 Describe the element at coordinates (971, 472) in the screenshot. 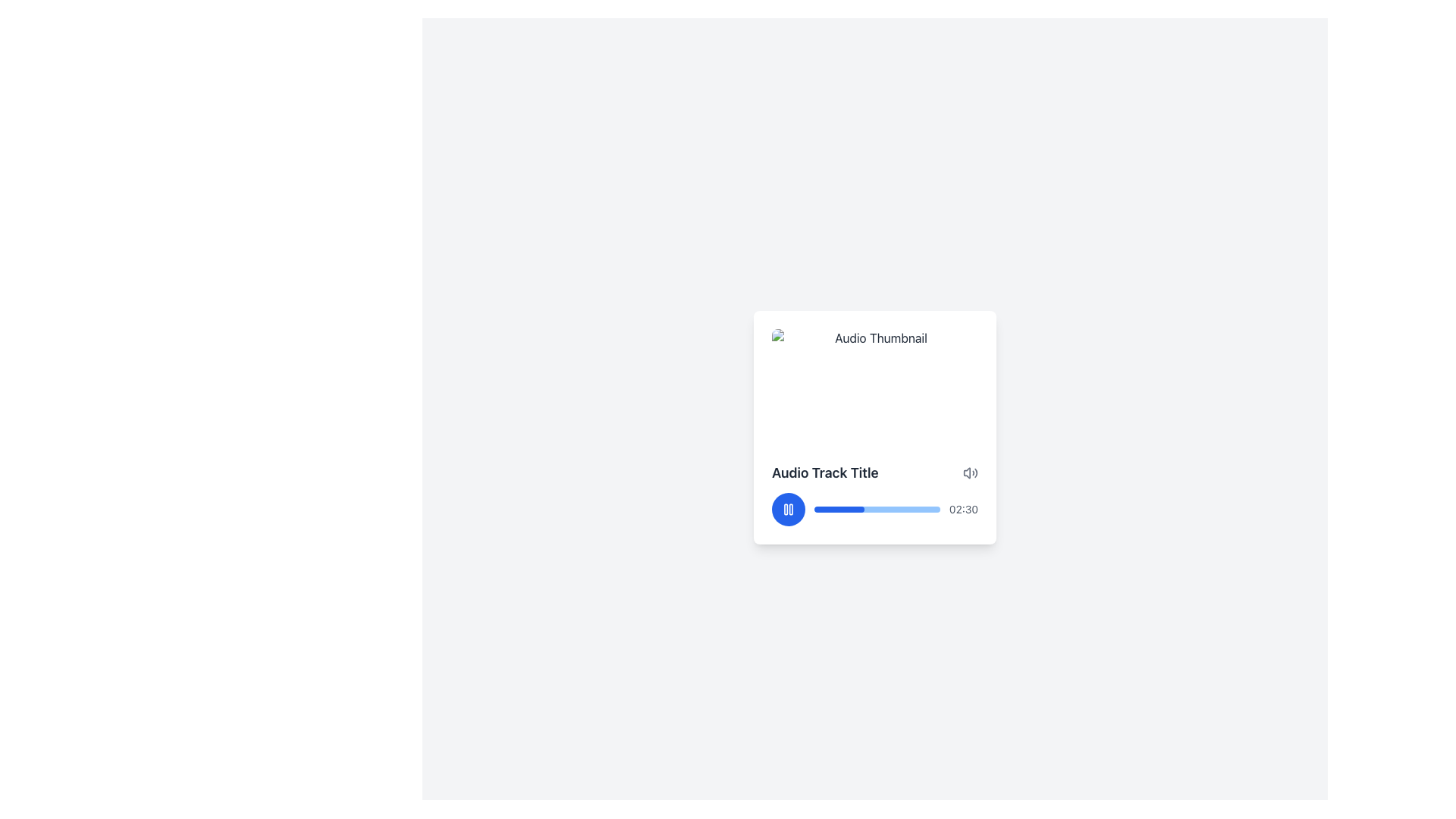

I see `the volume indicator icon located at the top-right corner of the 'Audio Track Title' card` at that location.